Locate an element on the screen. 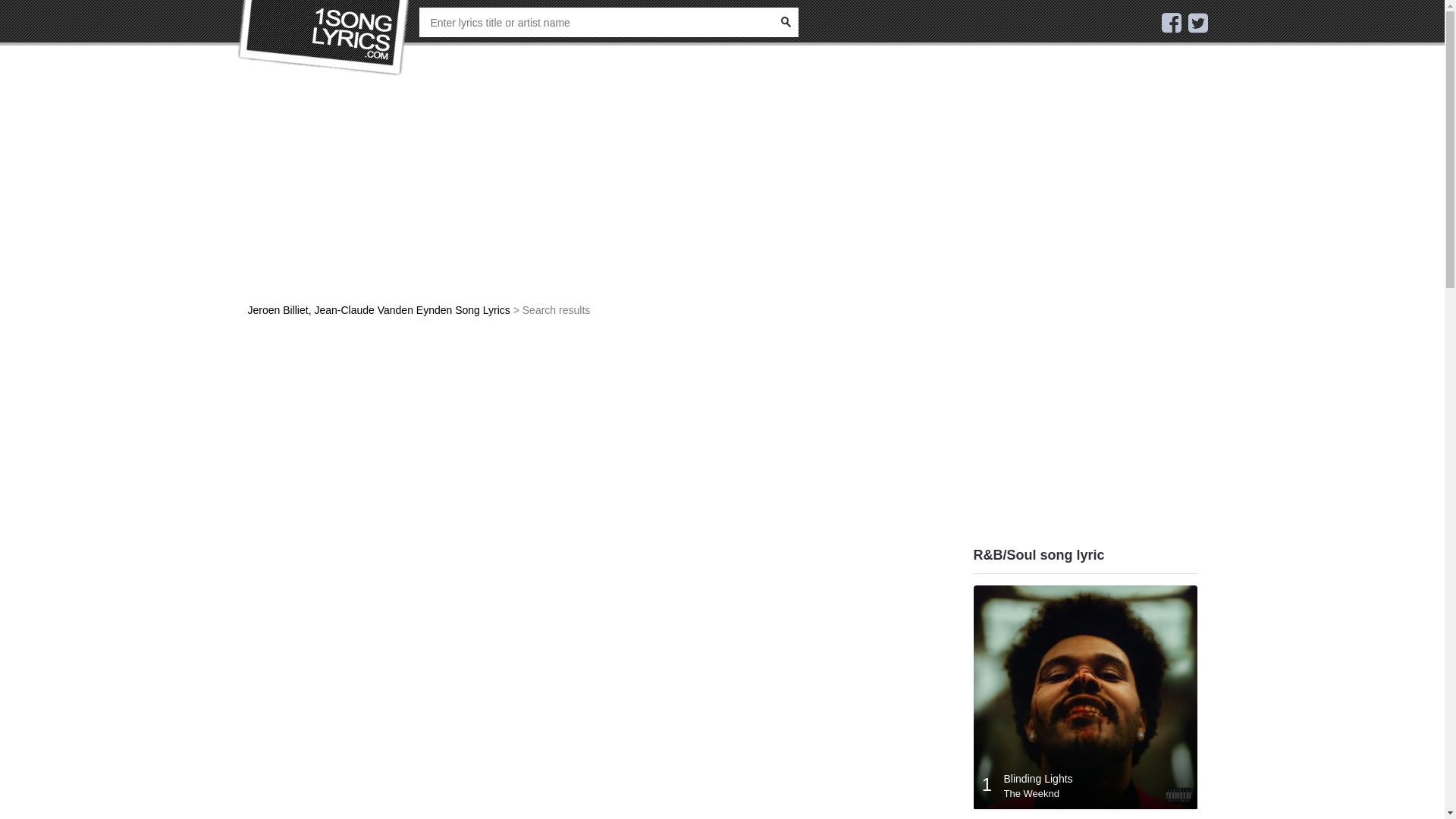  'The Weeknd' is located at coordinates (1004, 792).